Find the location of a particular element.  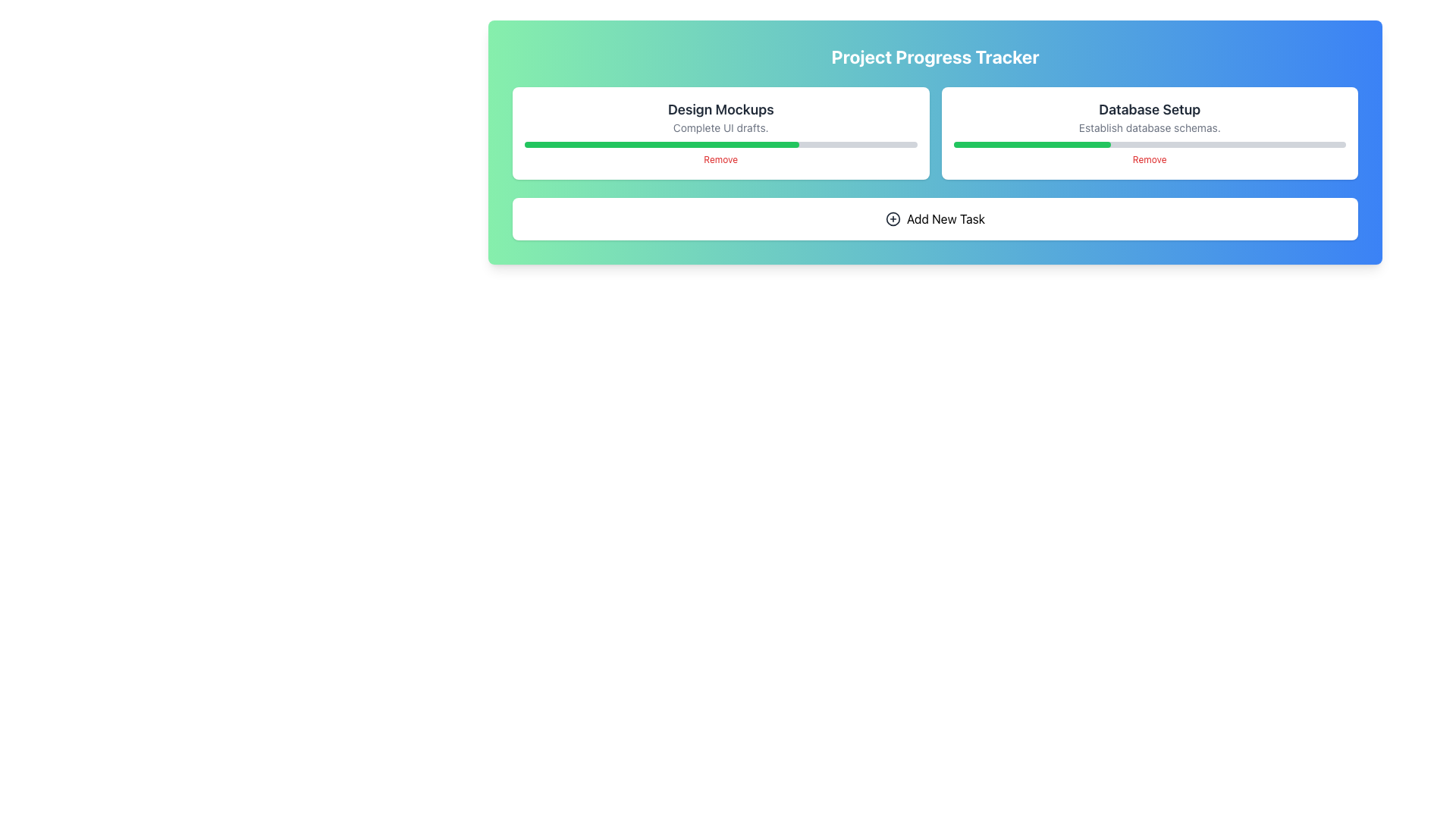

the circular outline icon representing the '+' icon within the 'Add New Task' section is located at coordinates (893, 219).